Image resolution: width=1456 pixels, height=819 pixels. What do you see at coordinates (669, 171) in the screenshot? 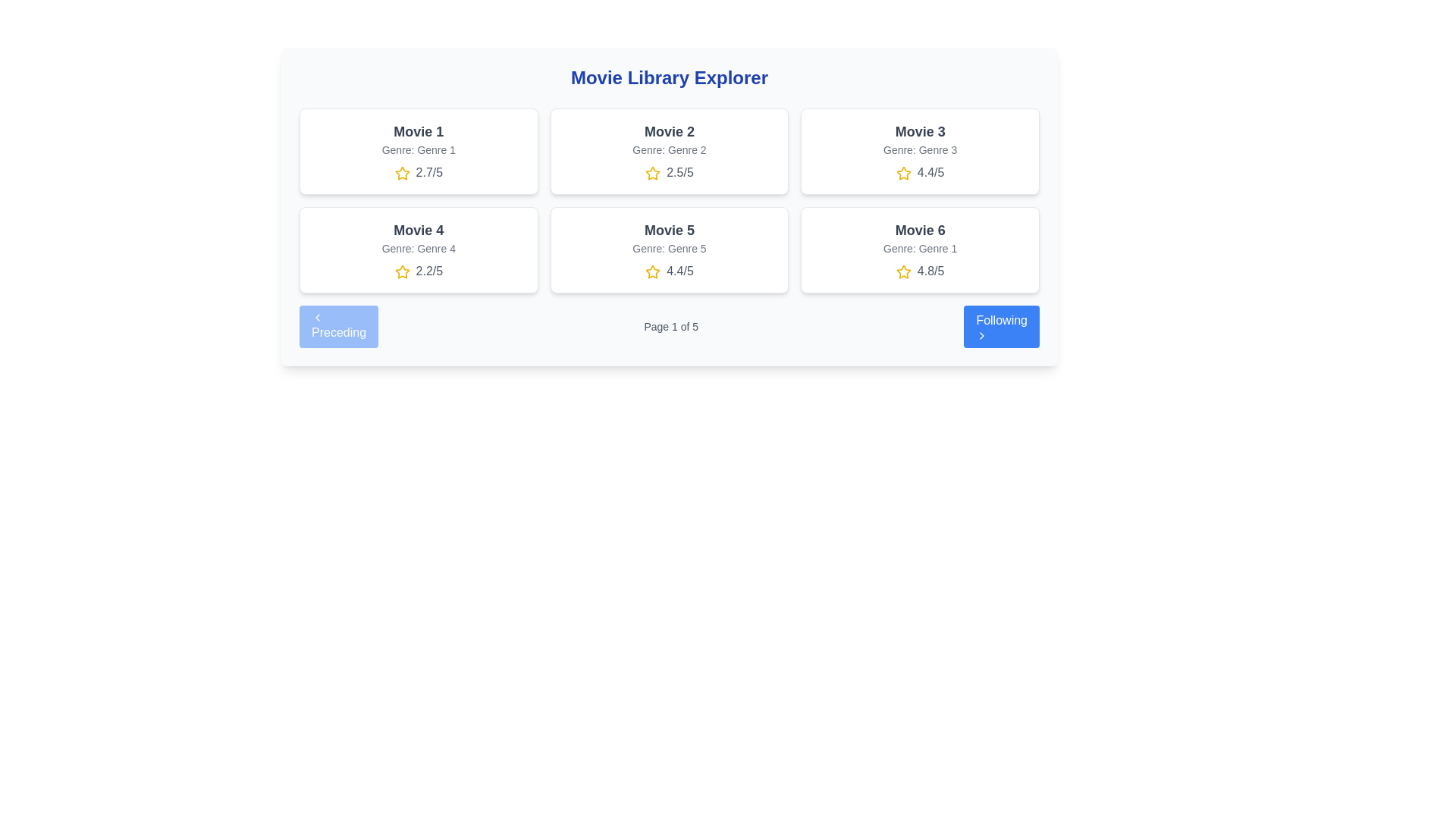
I see `the rating component displaying '2.5/5' with a yellow star icon, located in the 'Movie 2' card in the 'Movie Library Explorer' layout` at bounding box center [669, 171].